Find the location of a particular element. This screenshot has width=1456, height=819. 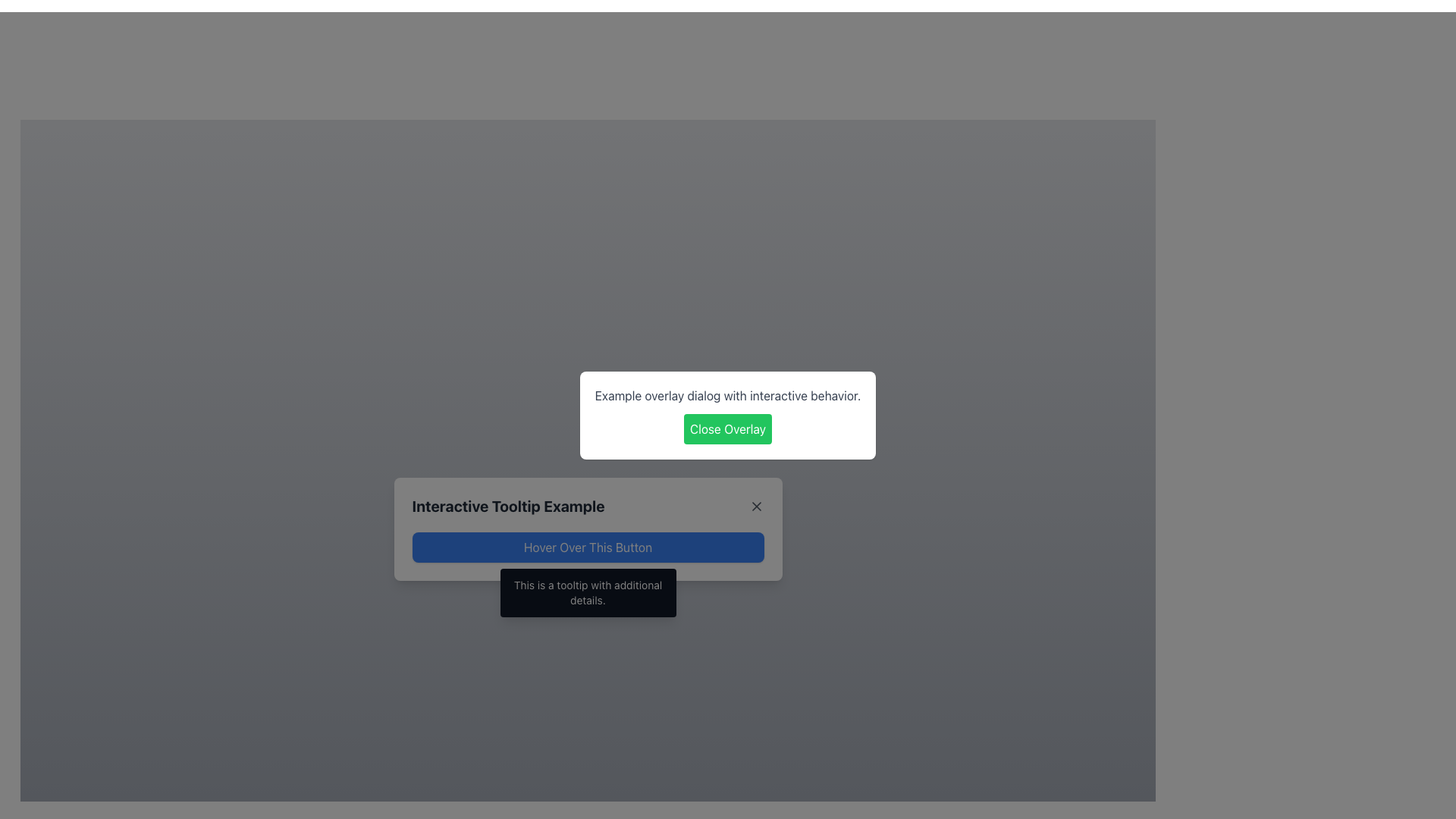

the interactive hover button that has a blue background and contains the text 'Hover Over This Button' is located at coordinates (587, 547).